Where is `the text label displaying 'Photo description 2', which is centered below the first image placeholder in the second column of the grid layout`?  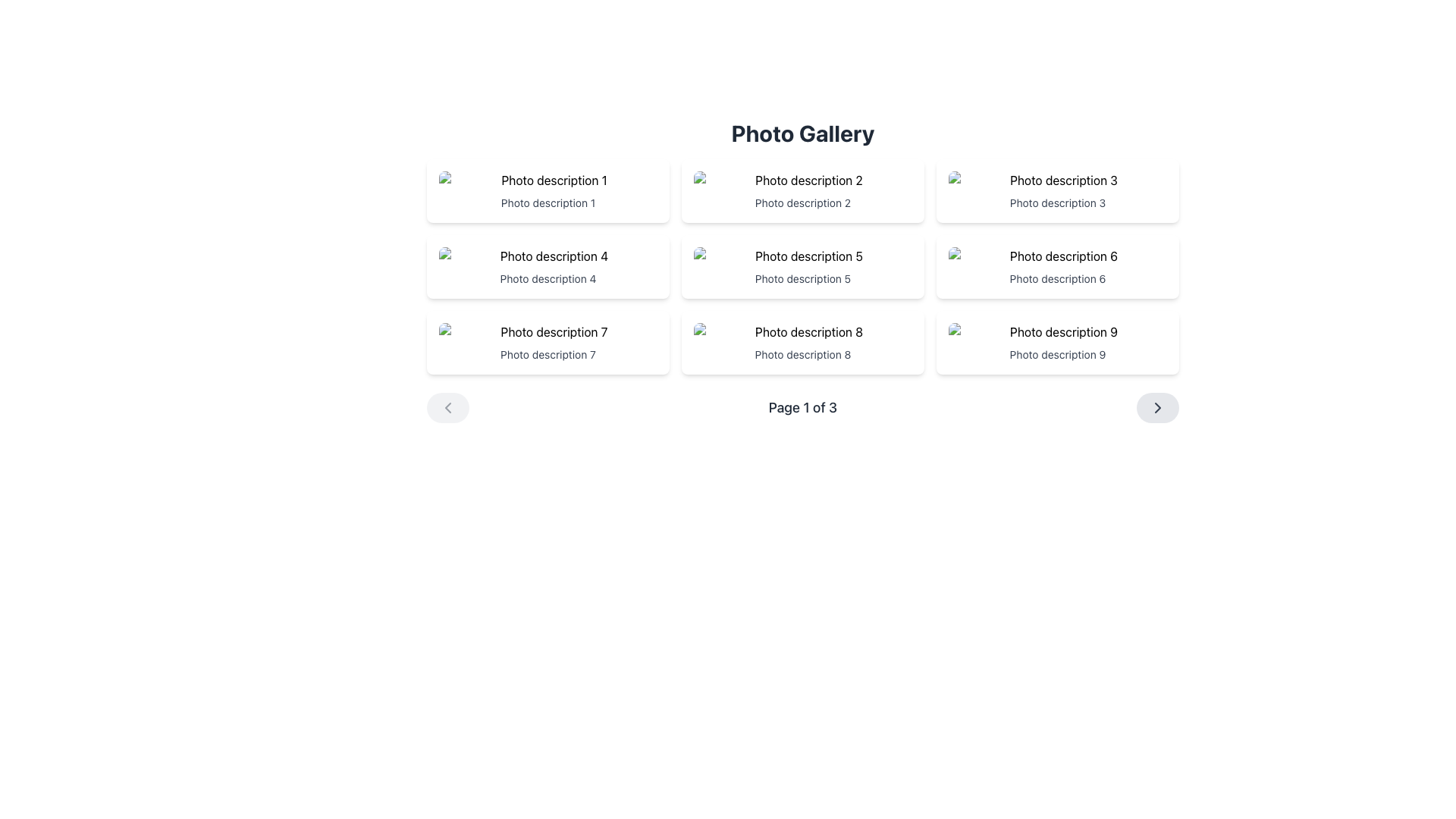 the text label displaying 'Photo description 2', which is centered below the first image placeholder in the second column of the grid layout is located at coordinates (802, 202).